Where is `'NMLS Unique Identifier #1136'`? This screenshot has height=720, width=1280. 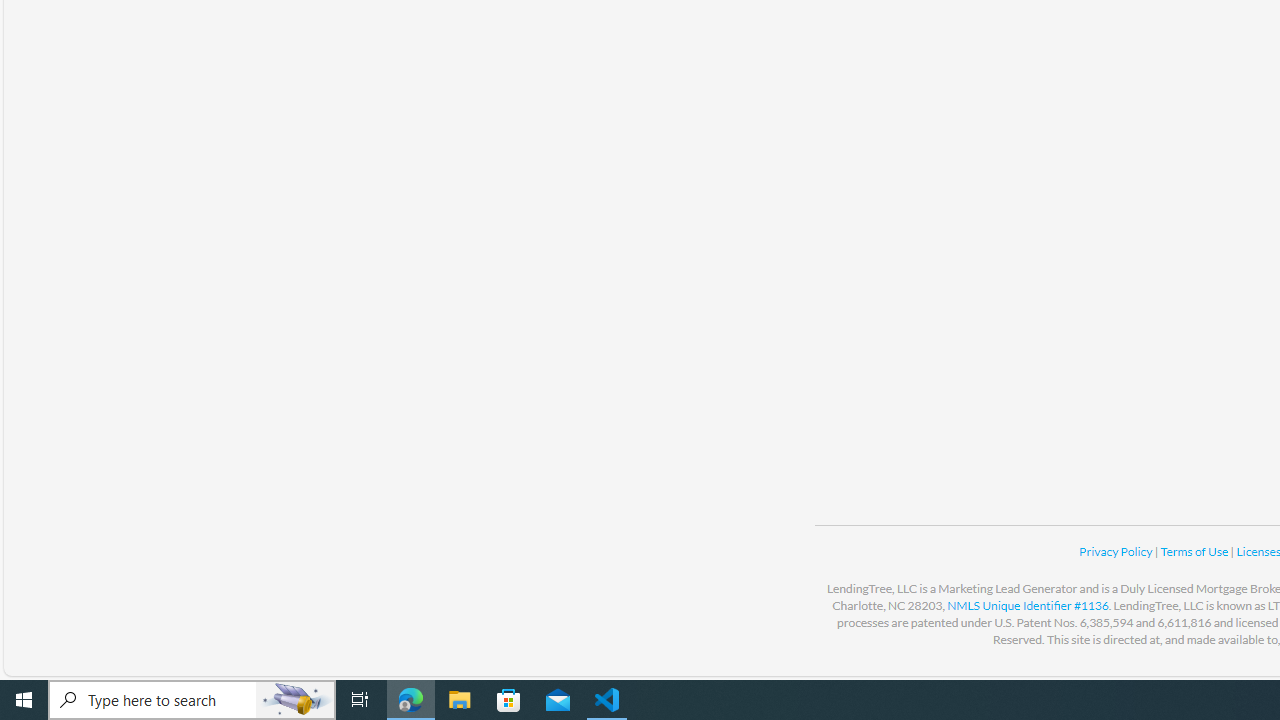
'NMLS Unique Identifier #1136' is located at coordinates (1027, 604).